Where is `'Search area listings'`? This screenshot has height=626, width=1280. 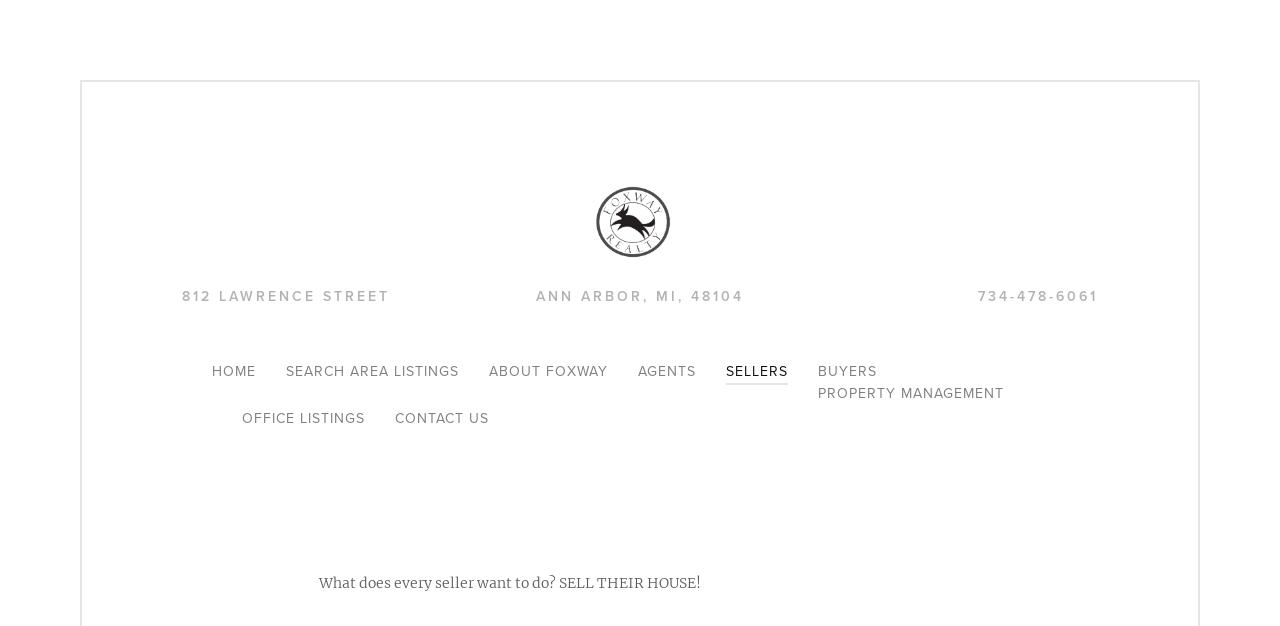 'Search area listings' is located at coordinates (284, 371).